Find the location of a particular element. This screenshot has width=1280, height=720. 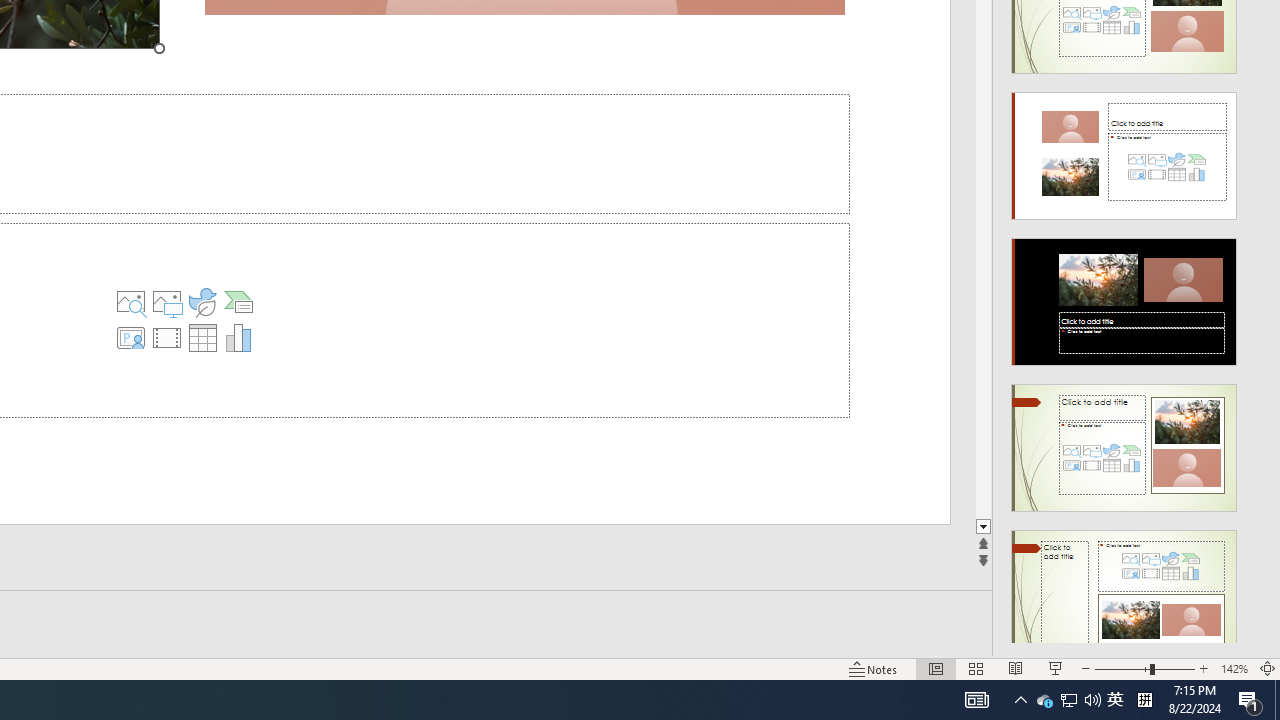

'Insert Table' is located at coordinates (202, 337).